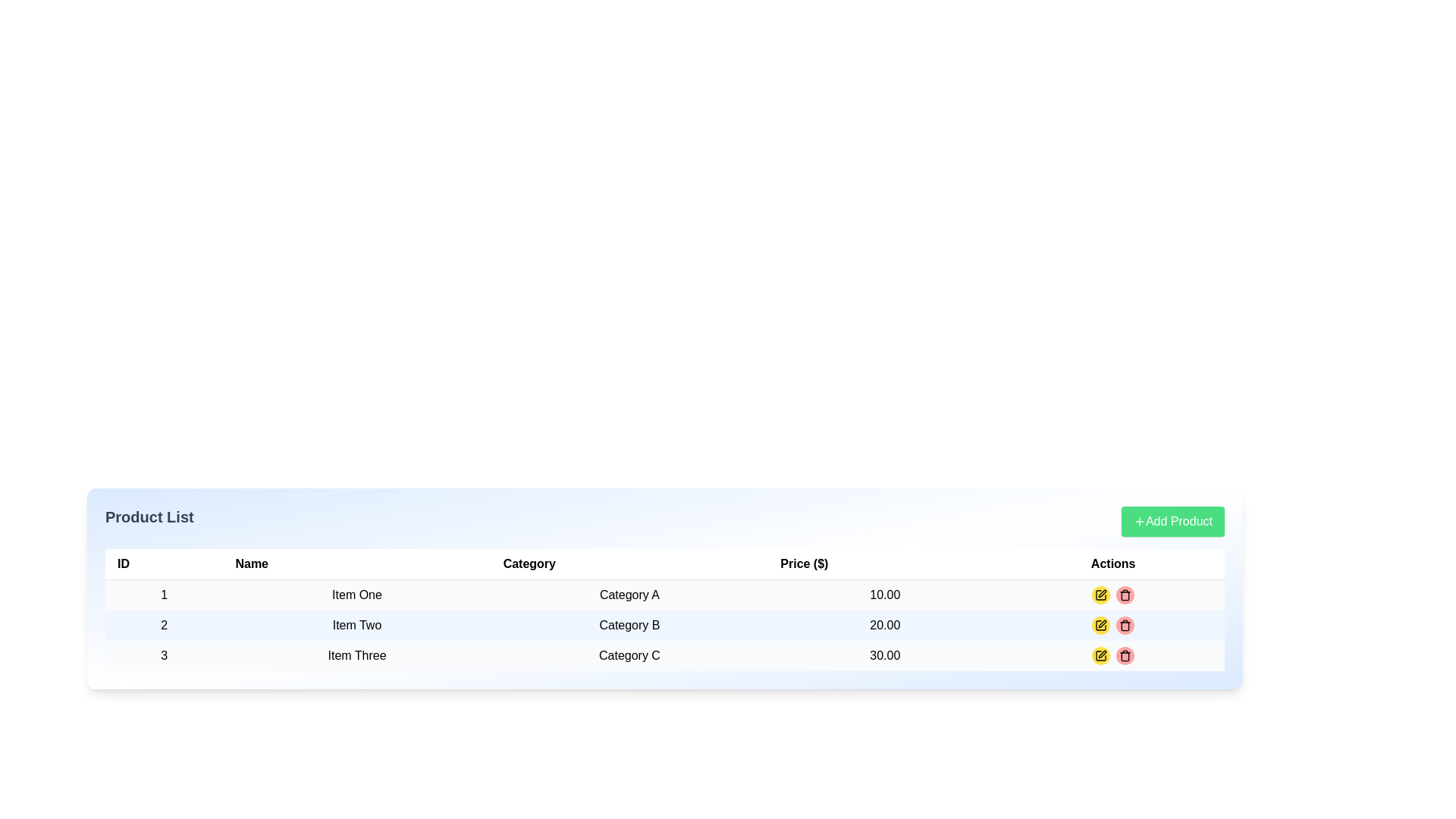  I want to click on the delete action button for 'Item One' located in the 'Actions' column of the product list table to observe its hover style, so click(1125, 595).